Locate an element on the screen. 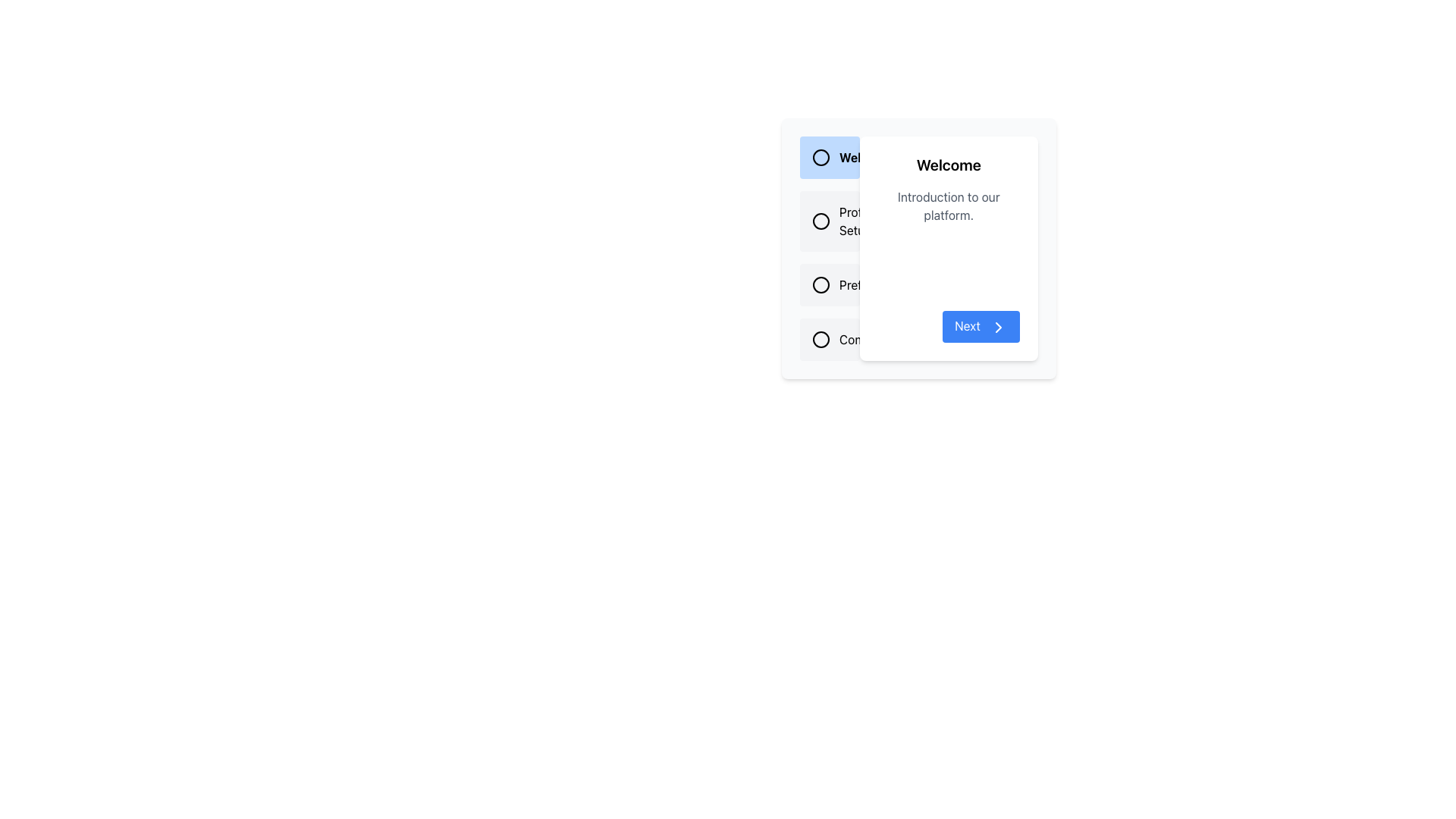 This screenshot has width=1456, height=819. the associated radio button for the 'Profile Setup' option, which is labeled below the 'Welcome' option and above the 'Preferences' option in the vertical list is located at coordinates (856, 221).